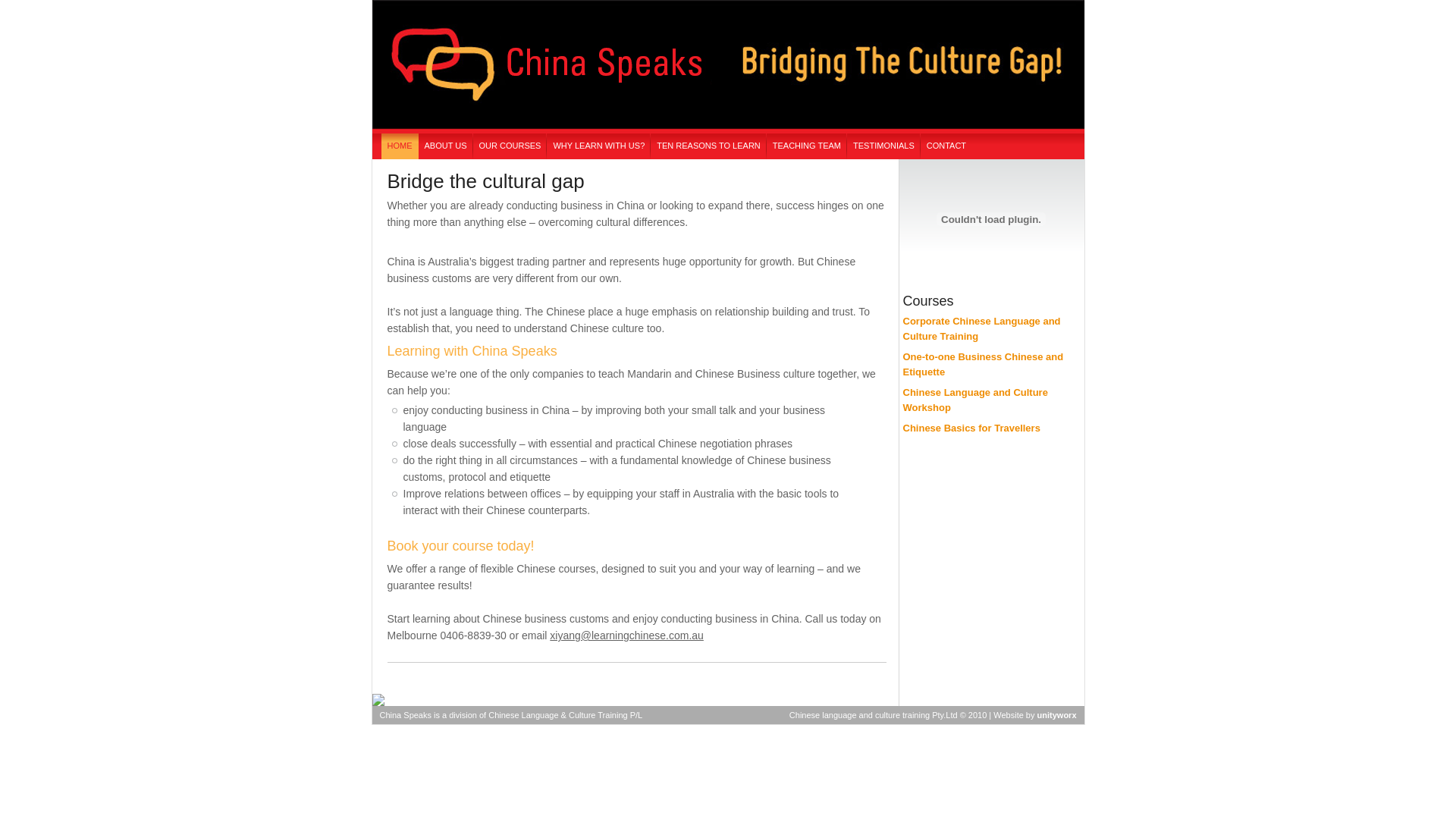 The image size is (1456, 819). I want to click on 'WHY LEARN WITH US?', so click(546, 146).